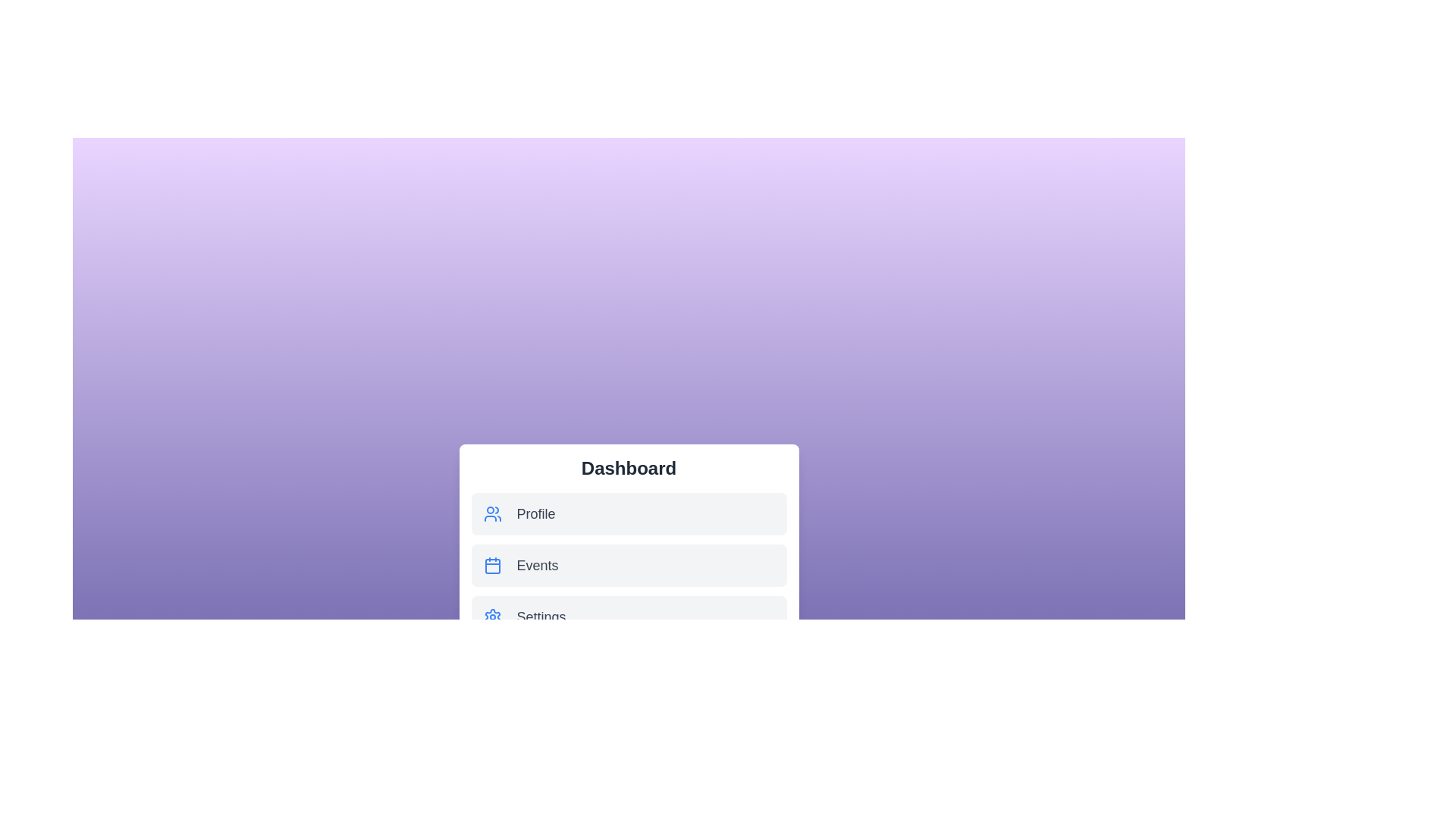 Image resolution: width=1456 pixels, height=819 pixels. What do you see at coordinates (629, 547) in the screenshot?
I see `the Card Component with a white background and gray shadows, featuring a bold title 'Dashboard' at the top` at bounding box center [629, 547].